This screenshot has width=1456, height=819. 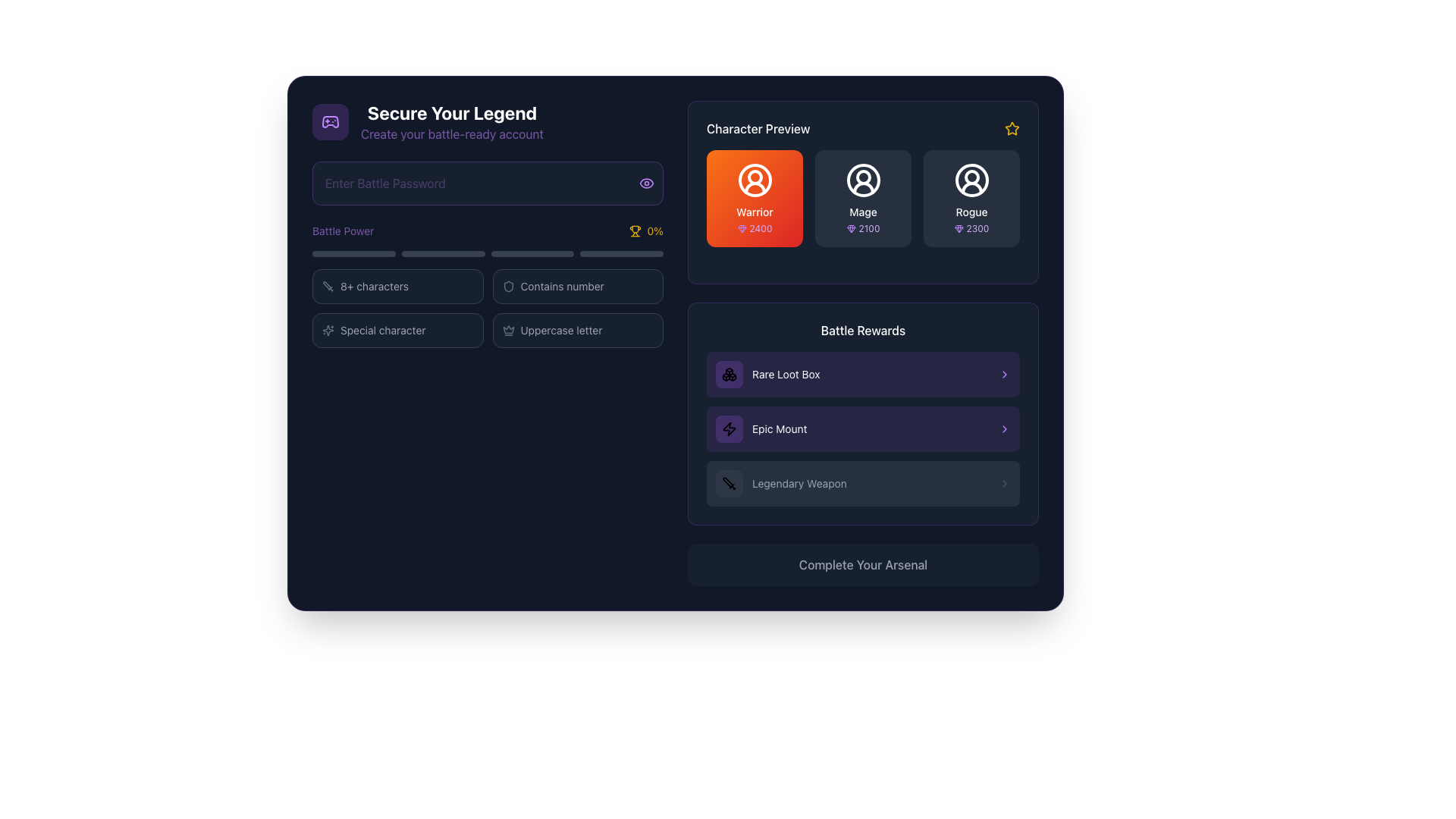 What do you see at coordinates (767, 374) in the screenshot?
I see `on the 'Rare Loot Box' label with icon in the 'Battle Rewards' section` at bounding box center [767, 374].